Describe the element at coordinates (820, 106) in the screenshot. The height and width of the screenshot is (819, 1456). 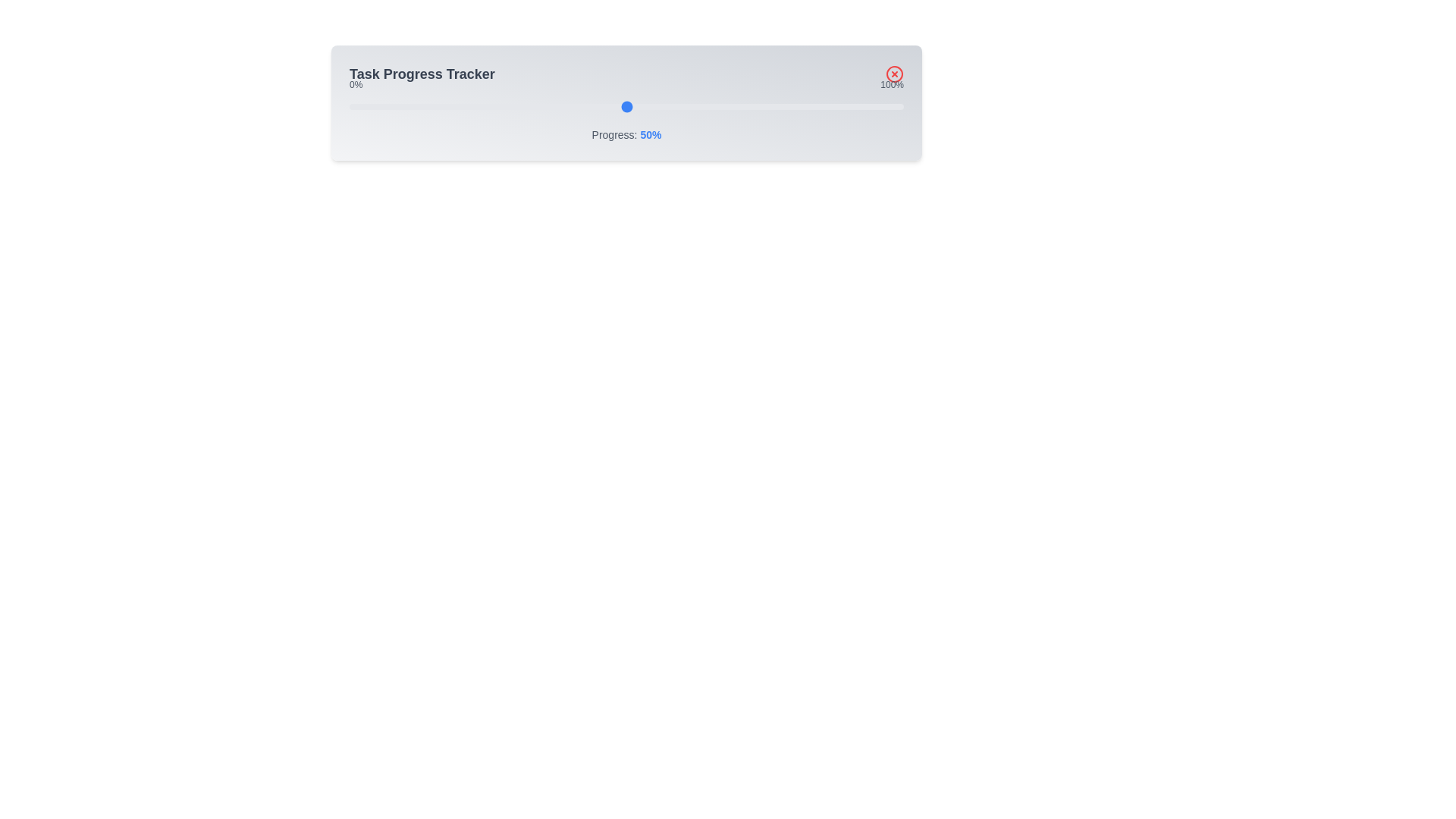
I see `task progress` at that location.